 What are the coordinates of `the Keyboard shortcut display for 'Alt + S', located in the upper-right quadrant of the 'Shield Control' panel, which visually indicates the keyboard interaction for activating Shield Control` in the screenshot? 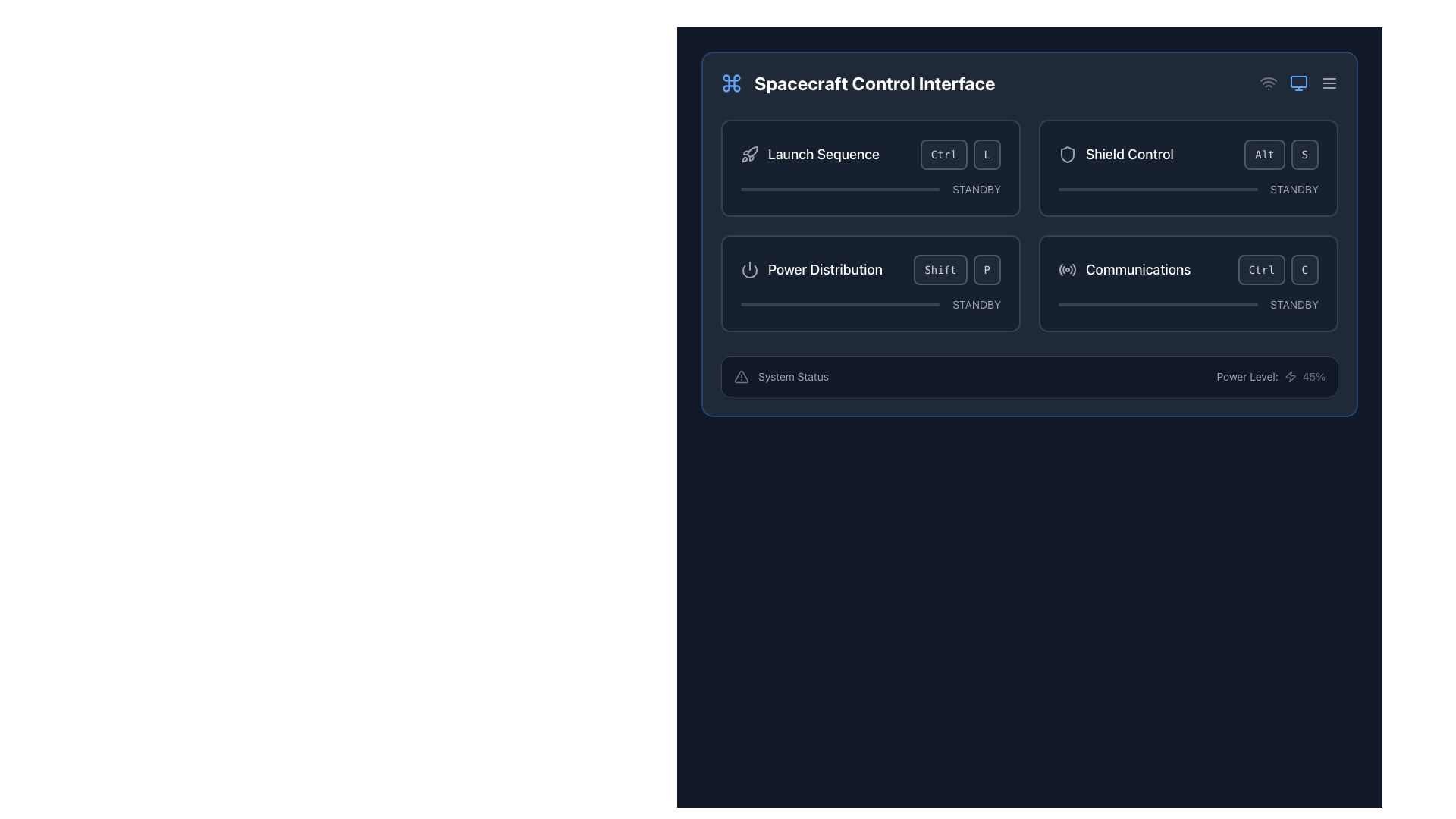 It's located at (1281, 155).